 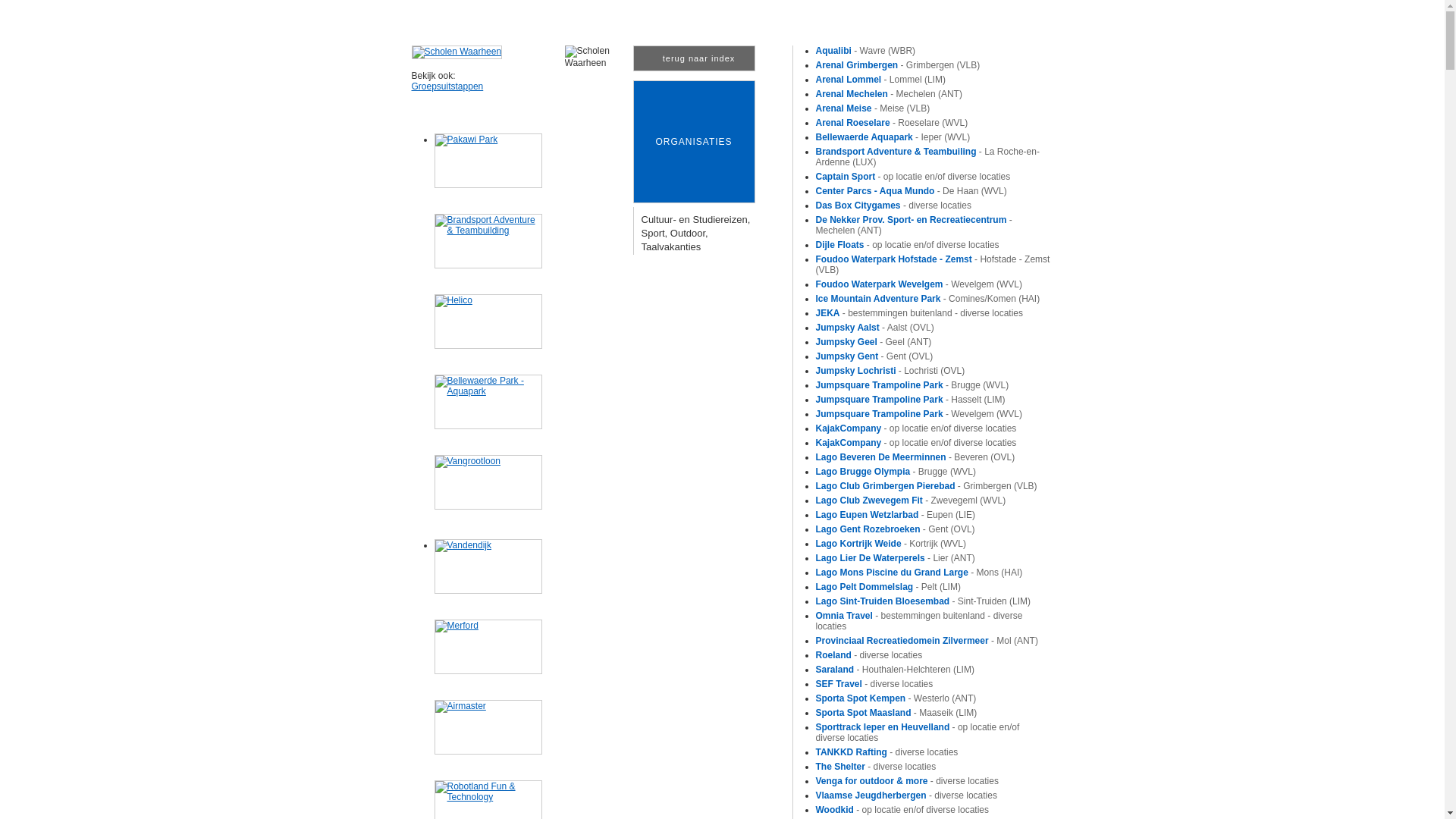 What do you see at coordinates (918, 414) in the screenshot?
I see `'Jumpsquare Trampoline Park - Wevelgem (WVL)'` at bounding box center [918, 414].